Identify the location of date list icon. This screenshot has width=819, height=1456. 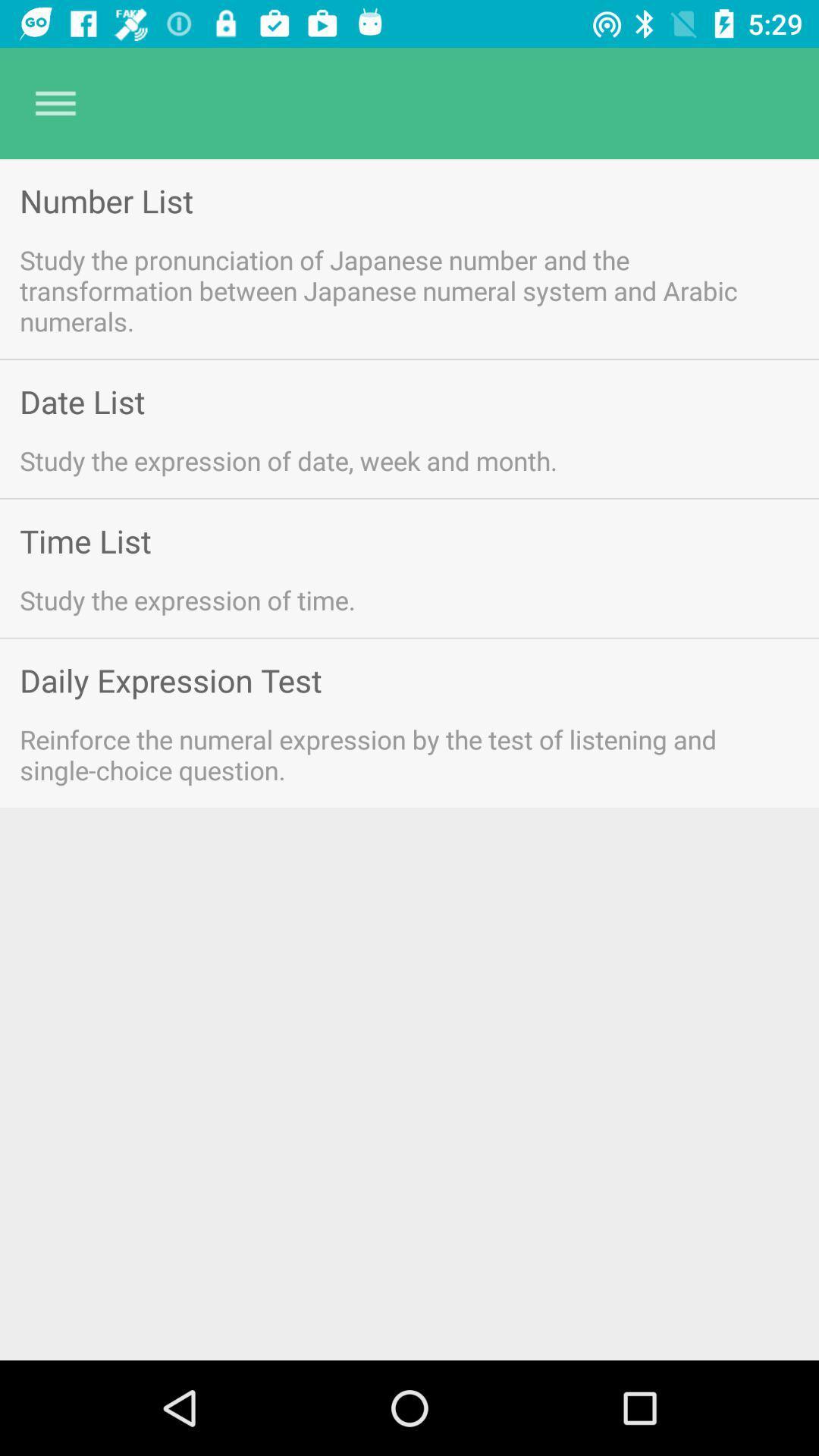
(82, 401).